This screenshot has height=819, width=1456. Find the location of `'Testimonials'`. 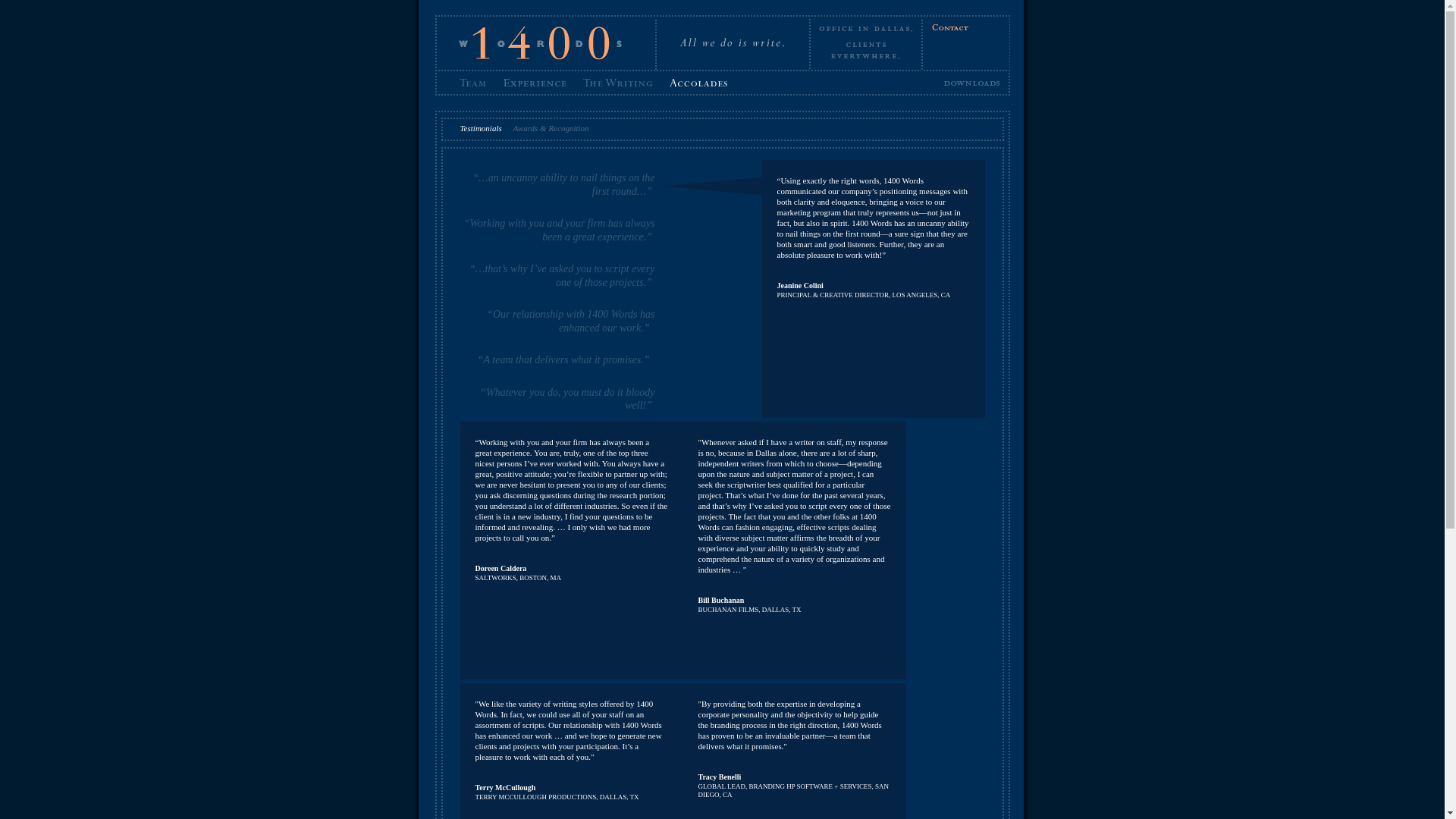

'Testimonials' is located at coordinates (479, 127).